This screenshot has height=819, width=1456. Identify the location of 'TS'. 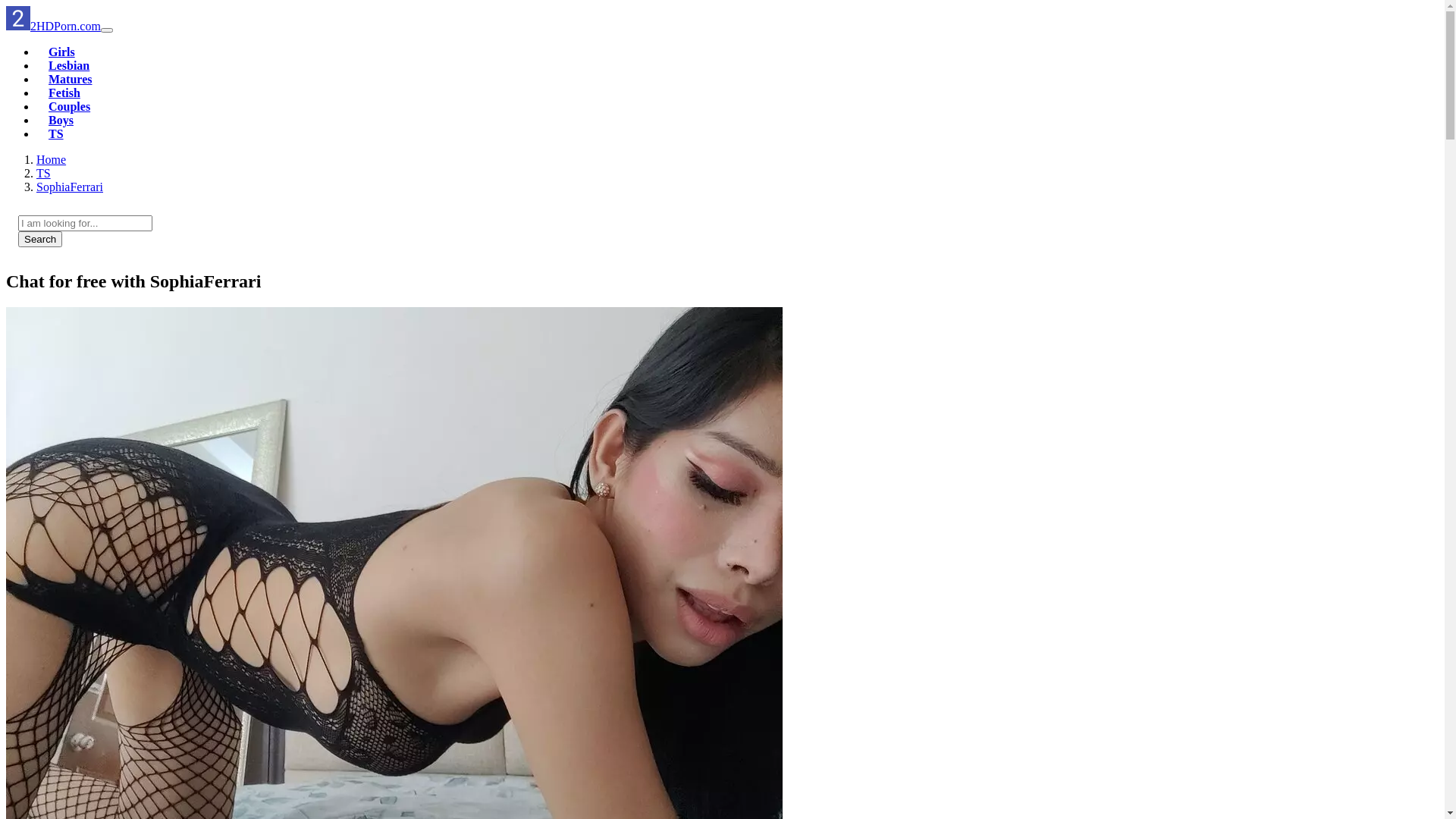
(43, 172).